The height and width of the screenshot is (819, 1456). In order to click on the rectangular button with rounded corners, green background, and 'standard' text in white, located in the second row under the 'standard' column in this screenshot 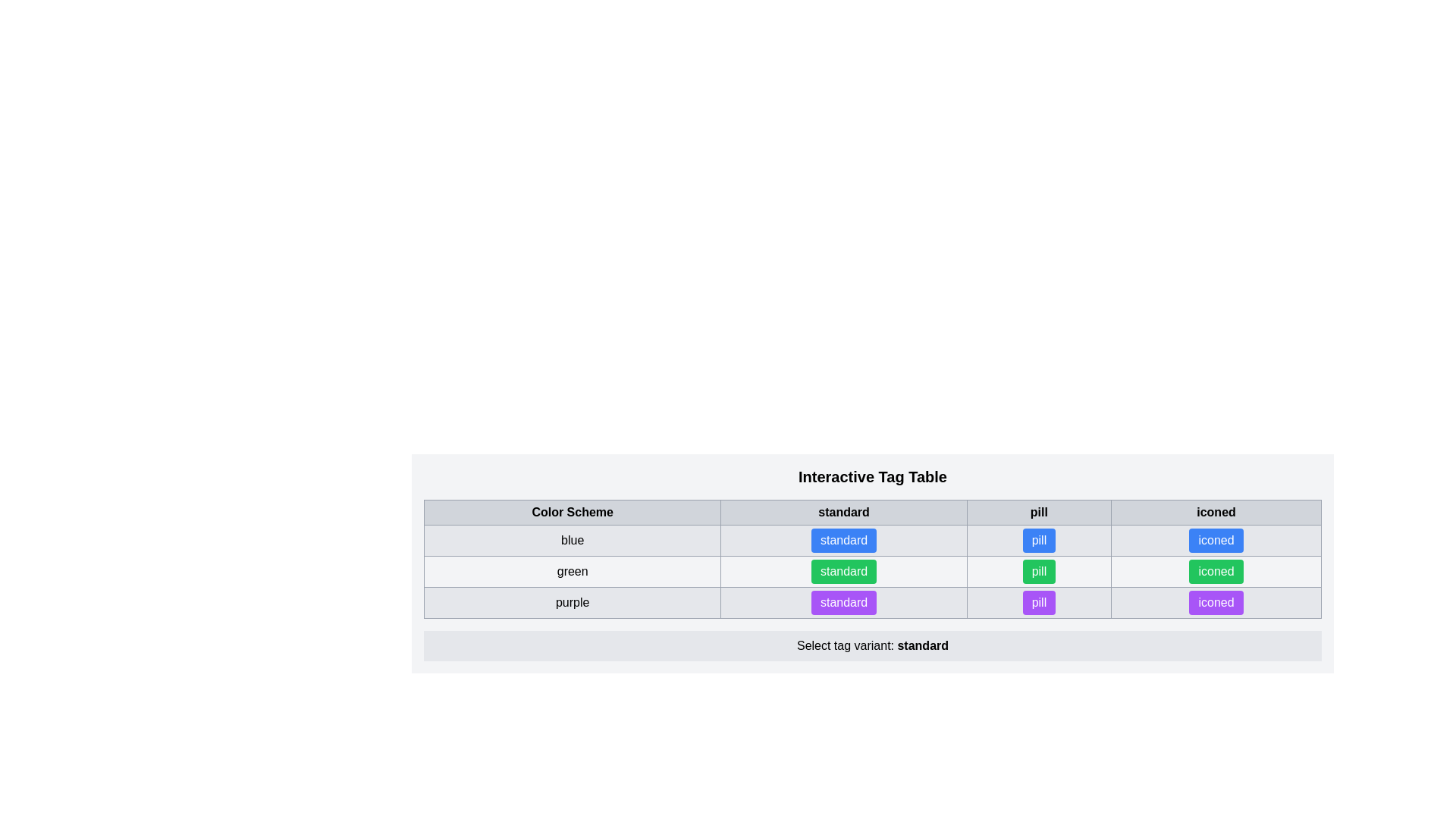, I will do `click(843, 571)`.